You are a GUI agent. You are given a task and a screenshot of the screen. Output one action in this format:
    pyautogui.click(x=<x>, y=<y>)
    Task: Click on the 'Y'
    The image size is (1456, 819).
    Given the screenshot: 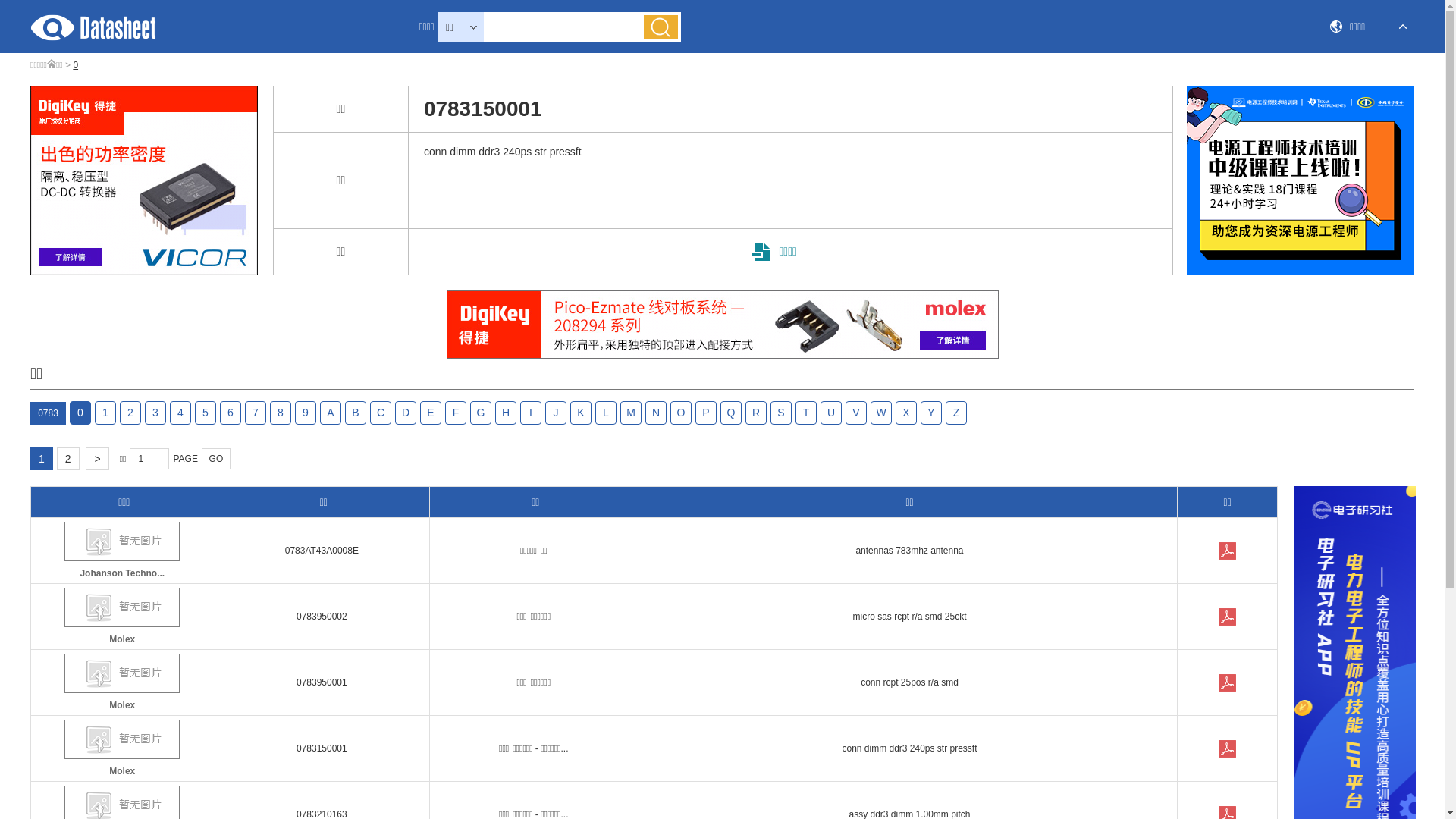 What is the action you would take?
    pyautogui.click(x=920, y=413)
    